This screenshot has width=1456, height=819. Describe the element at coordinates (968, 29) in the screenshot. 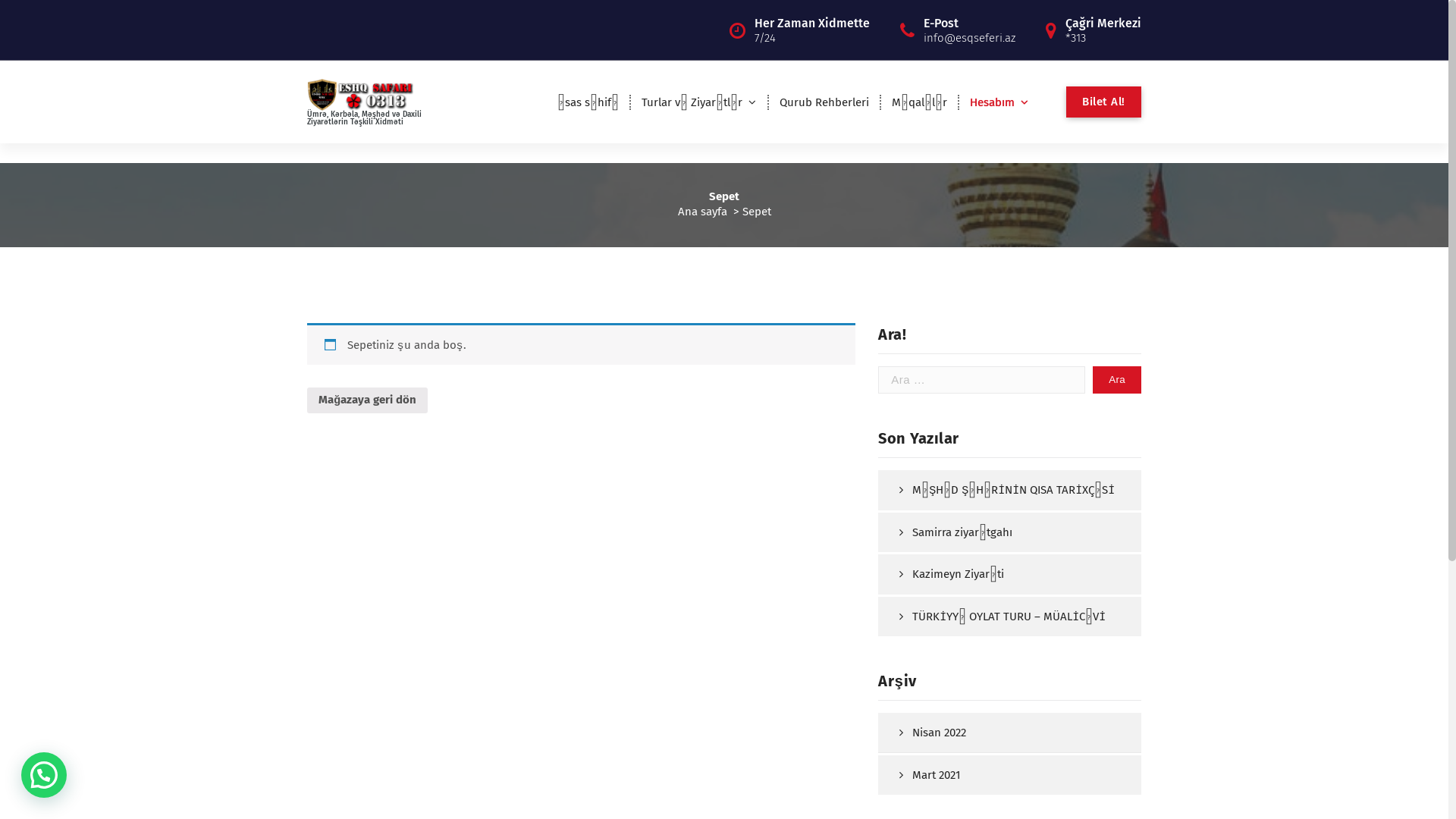

I see `'E-Post` at that location.